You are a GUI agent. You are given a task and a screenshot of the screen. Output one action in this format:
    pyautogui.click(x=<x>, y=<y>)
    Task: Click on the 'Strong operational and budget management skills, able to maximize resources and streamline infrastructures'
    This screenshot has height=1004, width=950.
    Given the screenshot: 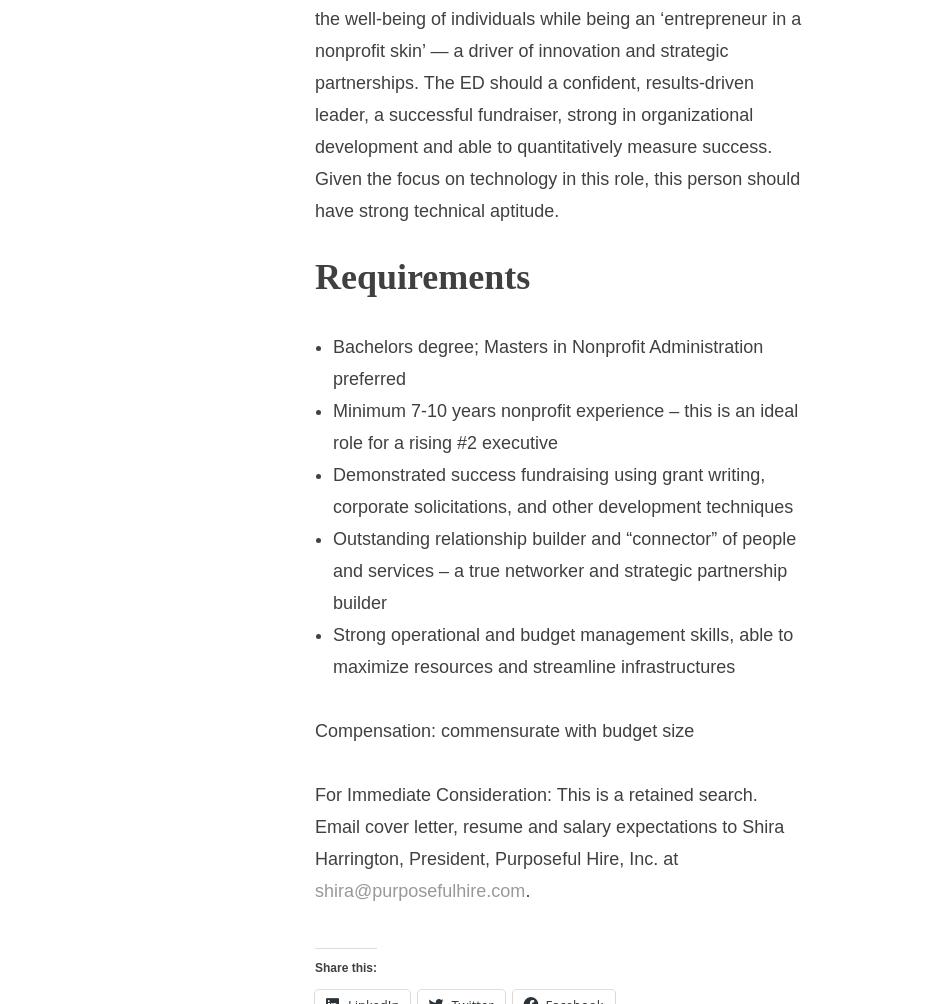 What is the action you would take?
    pyautogui.click(x=562, y=649)
    